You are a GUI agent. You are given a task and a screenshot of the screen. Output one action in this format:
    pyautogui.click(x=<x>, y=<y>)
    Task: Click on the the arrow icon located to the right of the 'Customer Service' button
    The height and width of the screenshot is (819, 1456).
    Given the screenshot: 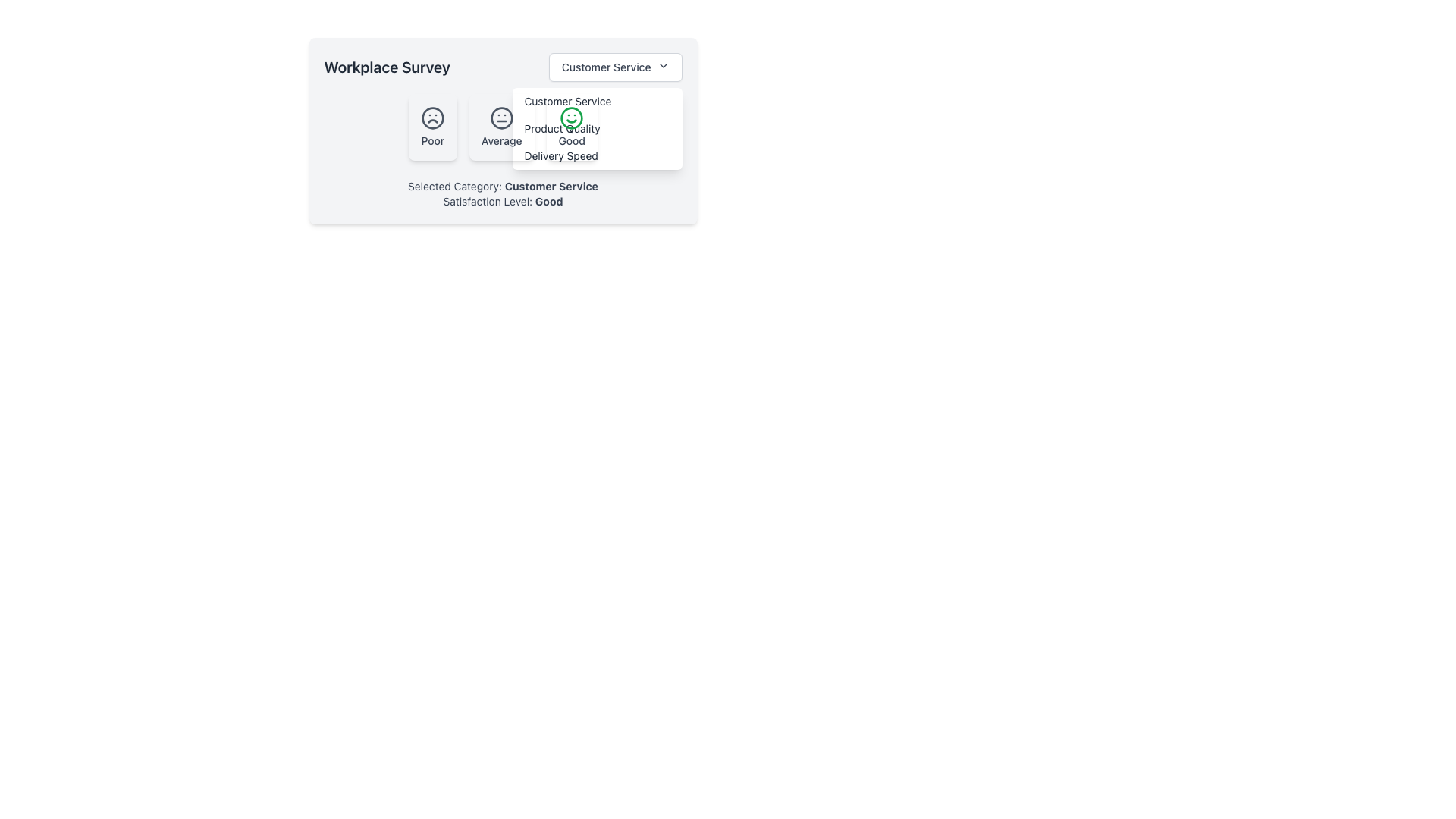 What is the action you would take?
    pyautogui.click(x=663, y=65)
    